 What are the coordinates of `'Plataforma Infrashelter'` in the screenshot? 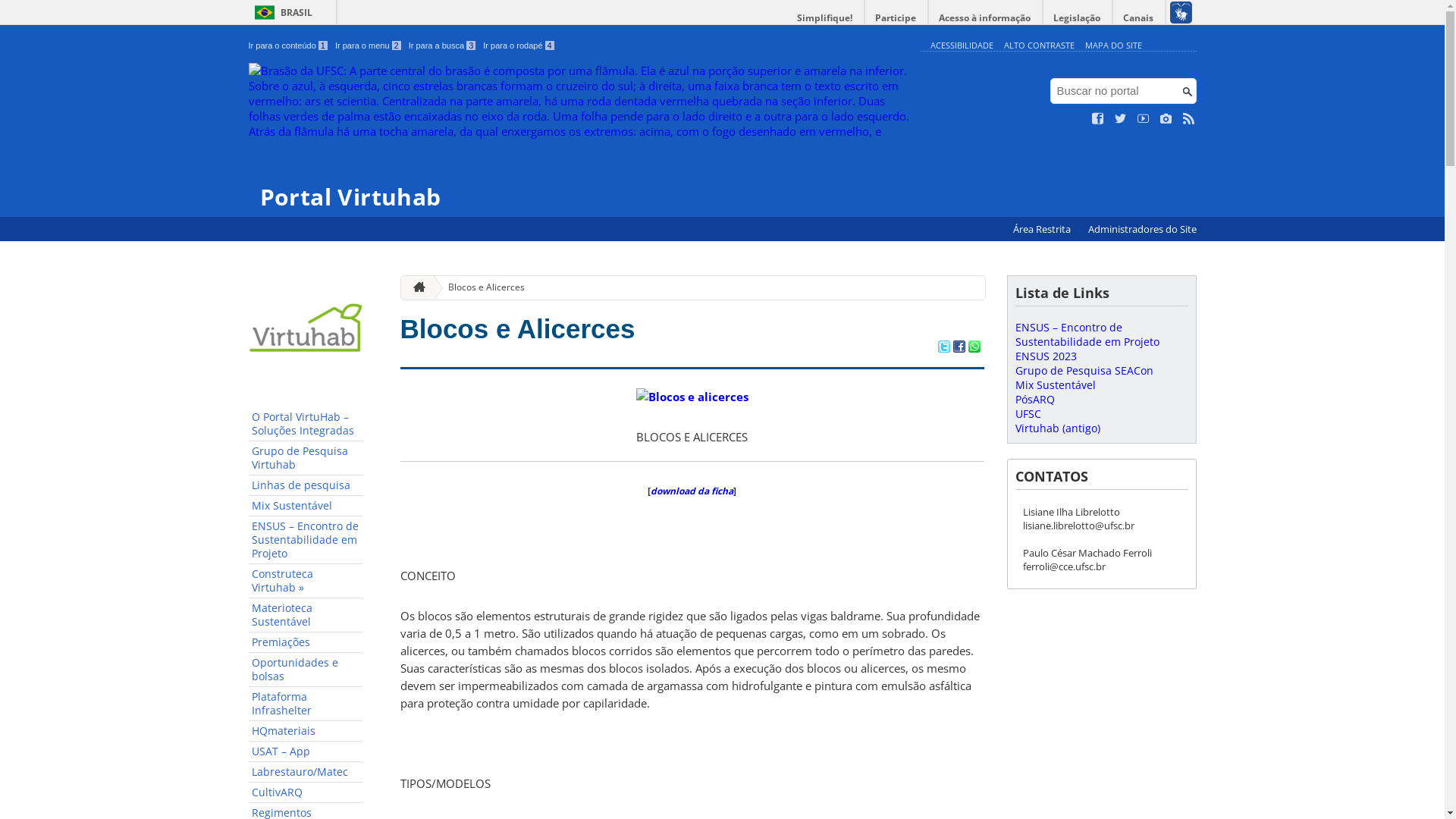 It's located at (305, 704).